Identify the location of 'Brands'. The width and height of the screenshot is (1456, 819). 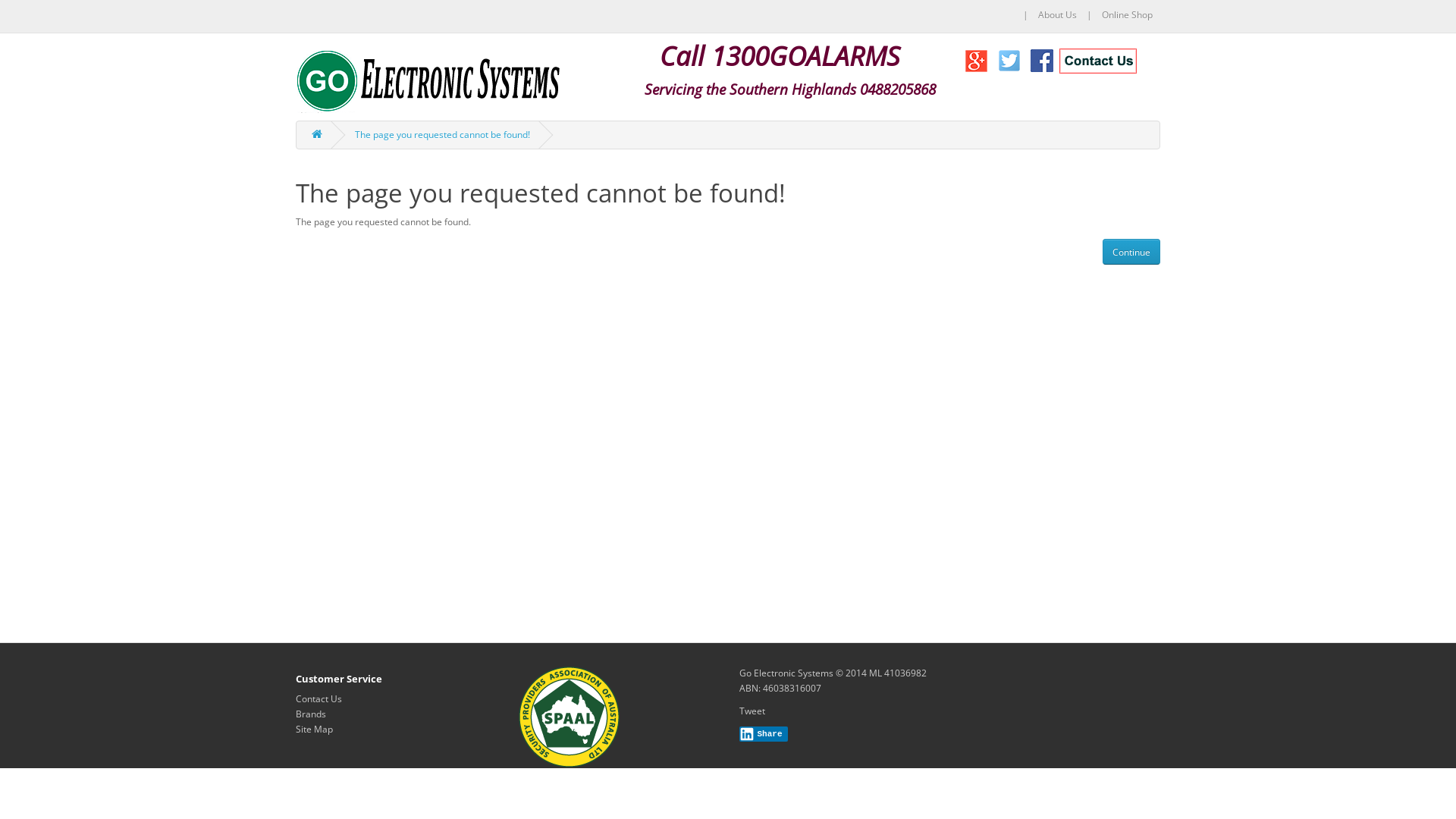
(309, 714).